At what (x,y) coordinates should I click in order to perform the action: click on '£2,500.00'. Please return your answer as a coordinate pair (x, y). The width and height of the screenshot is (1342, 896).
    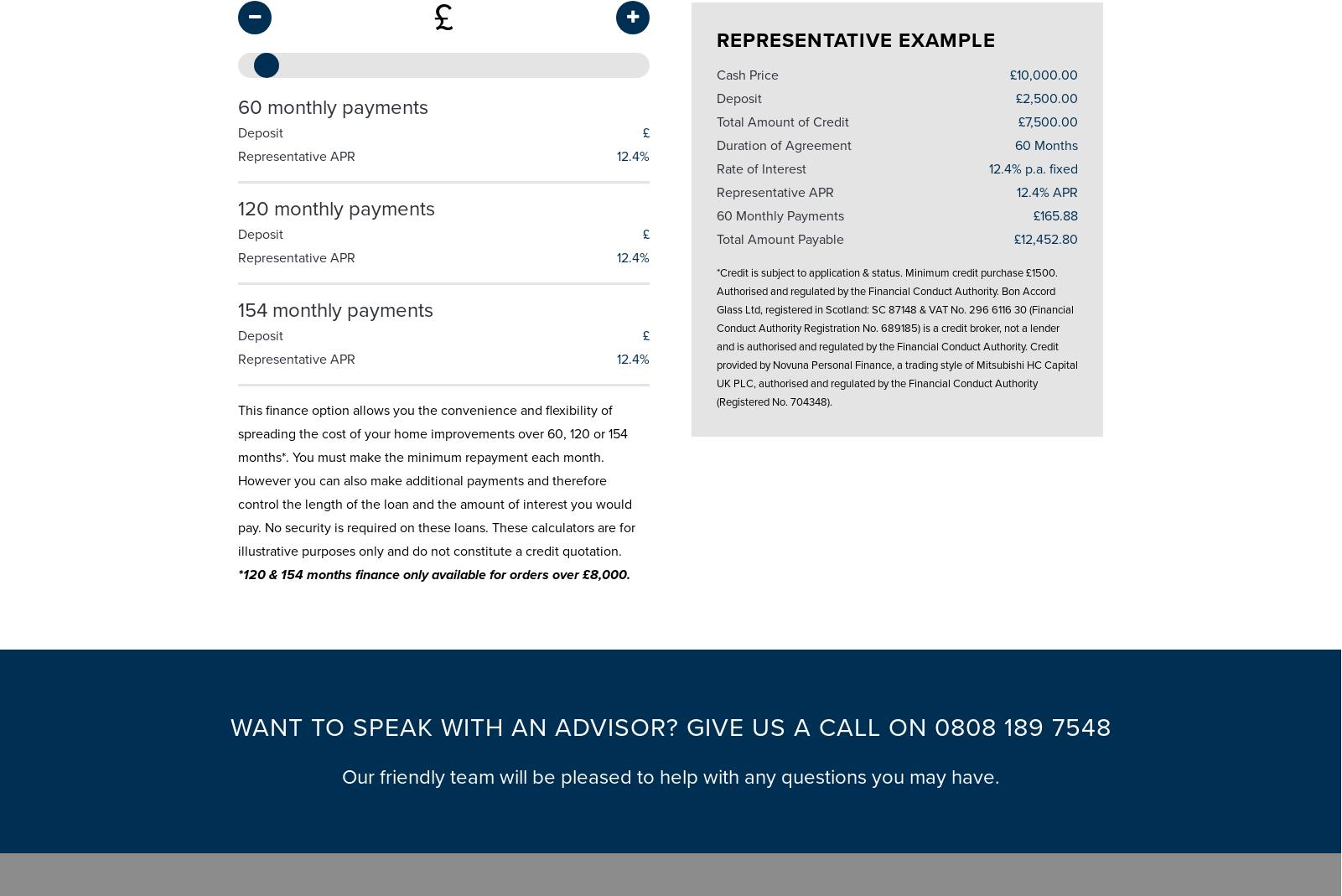
    Looking at the image, I should click on (1046, 91).